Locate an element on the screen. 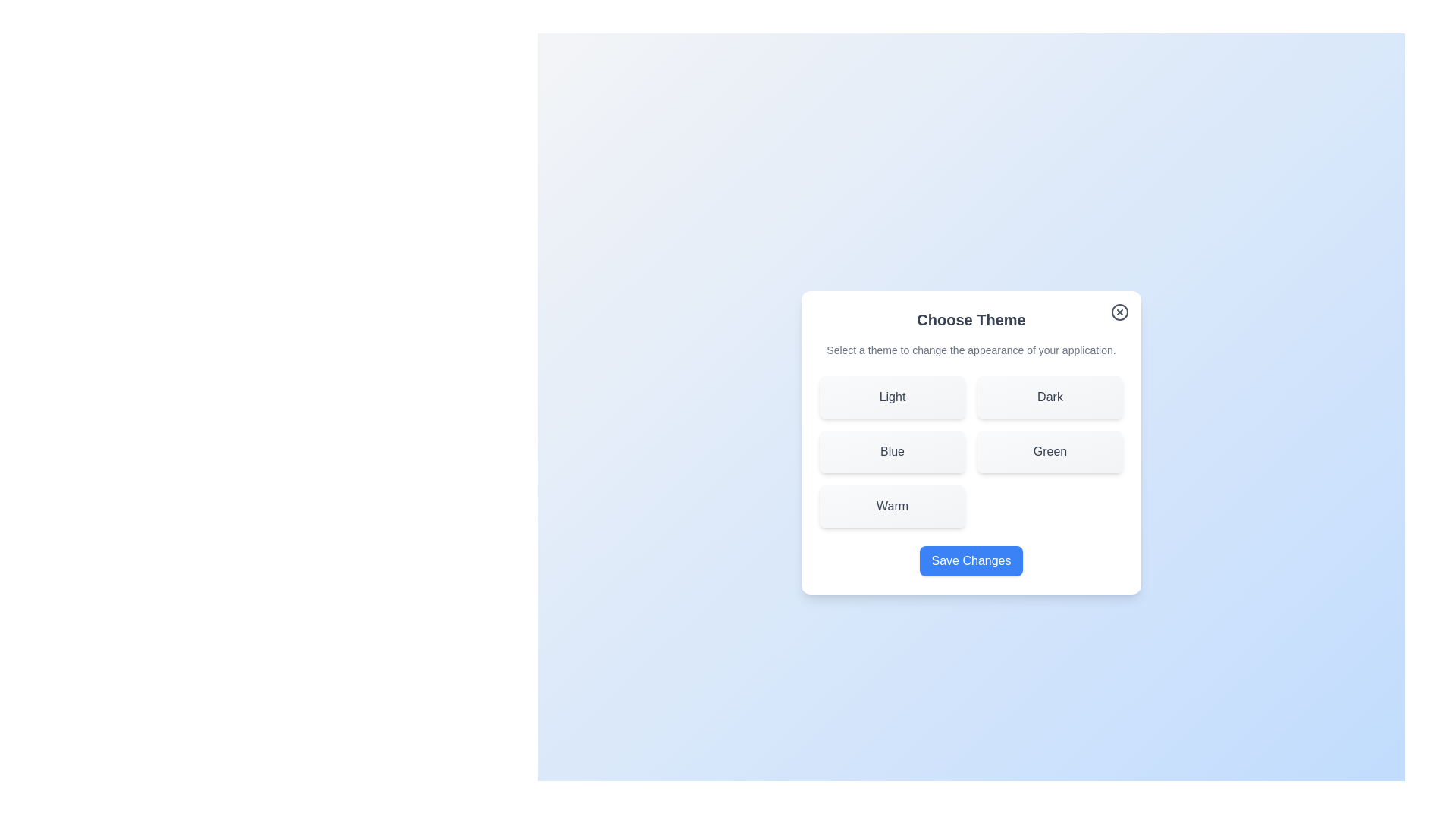 The width and height of the screenshot is (1456, 819). the theme Green by clicking its corresponding button is located at coordinates (1050, 451).